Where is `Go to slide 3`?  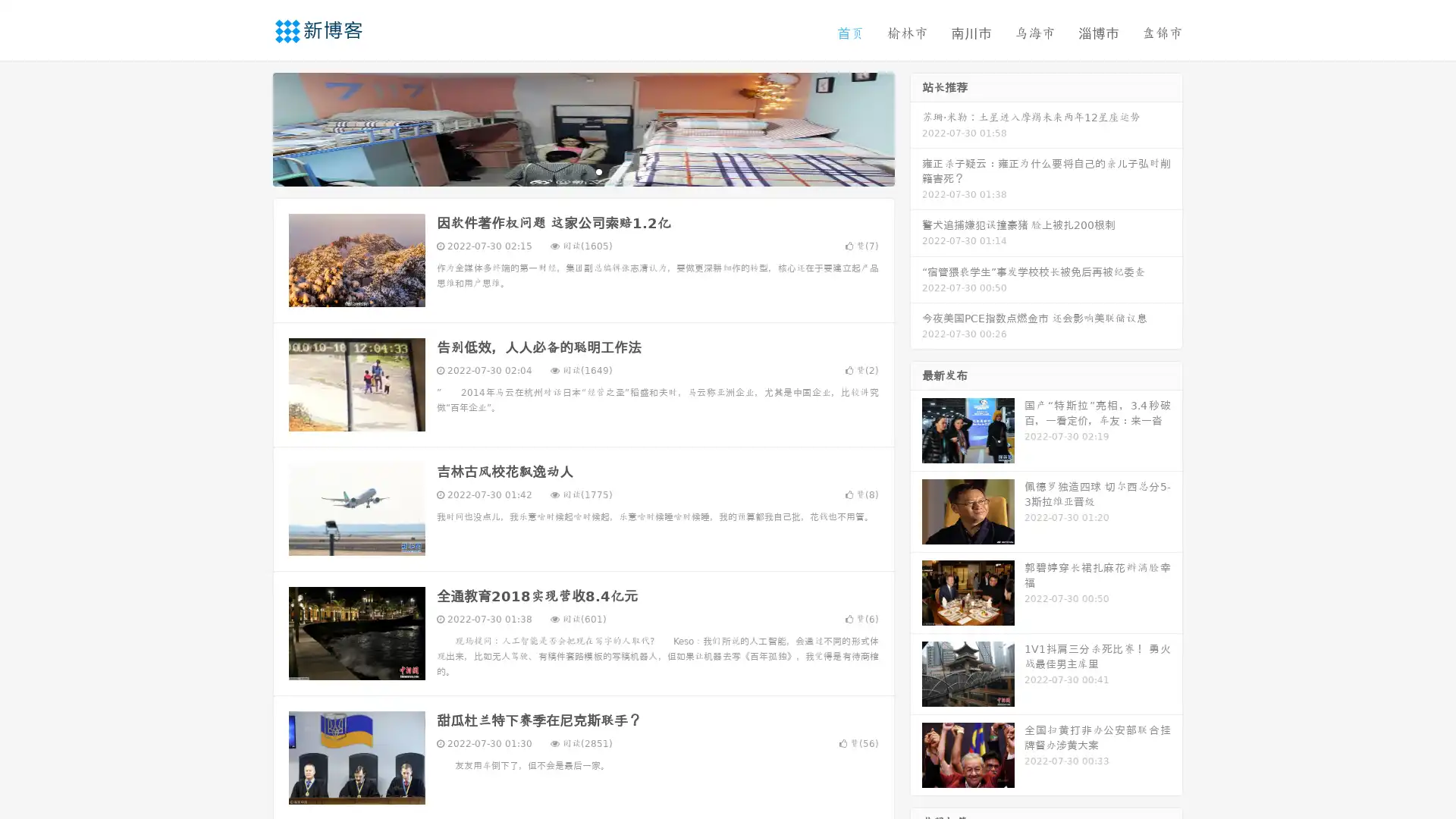 Go to slide 3 is located at coordinates (598, 171).